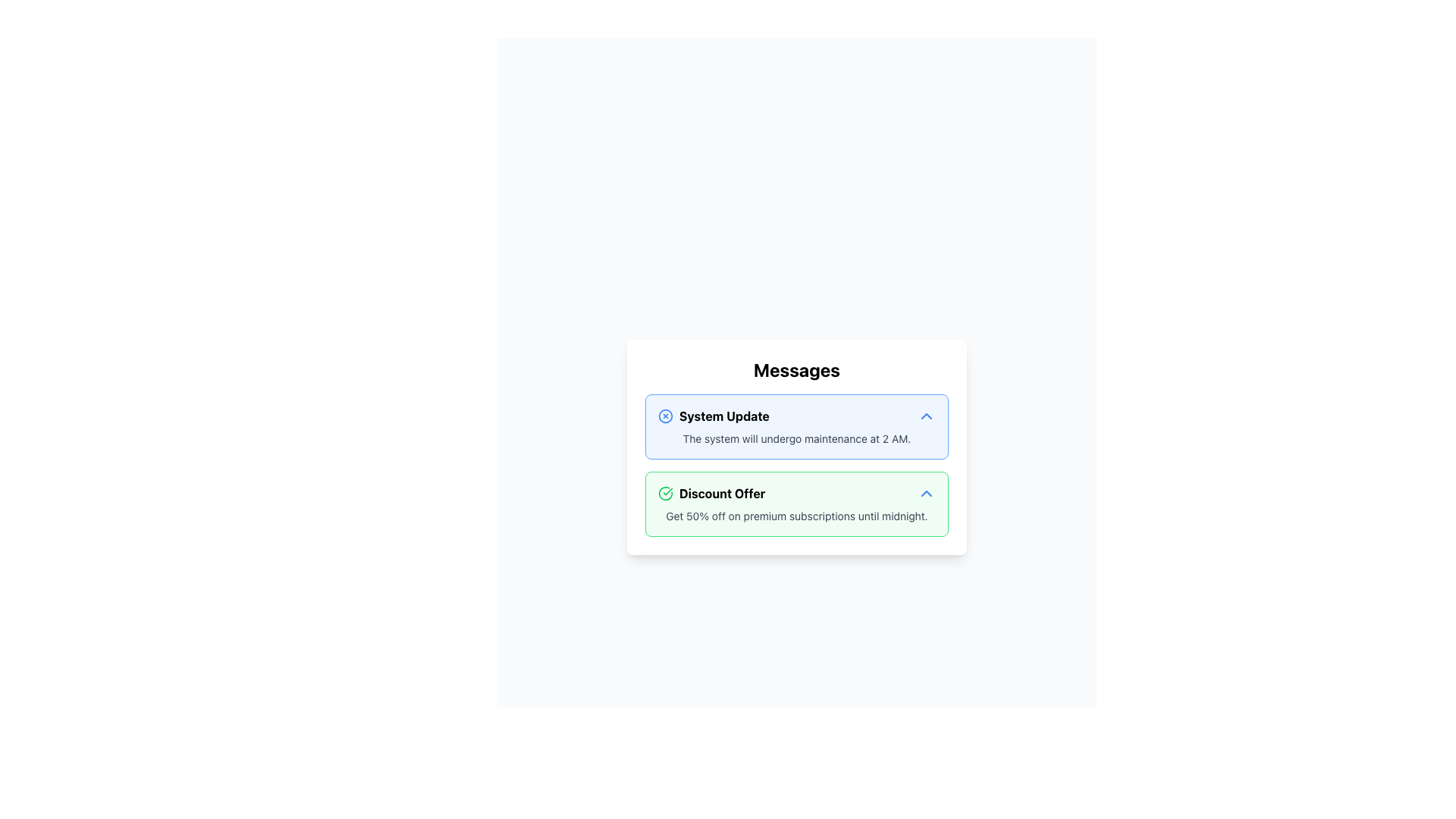 The height and width of the screenshot is (819, 1456). Describe the element at coordinates (666, 416) in the screenshot. I see `the closure or error icon related to the 'System Update' notification located at the top-left of the 'System Update' item in the messages list` at that location.